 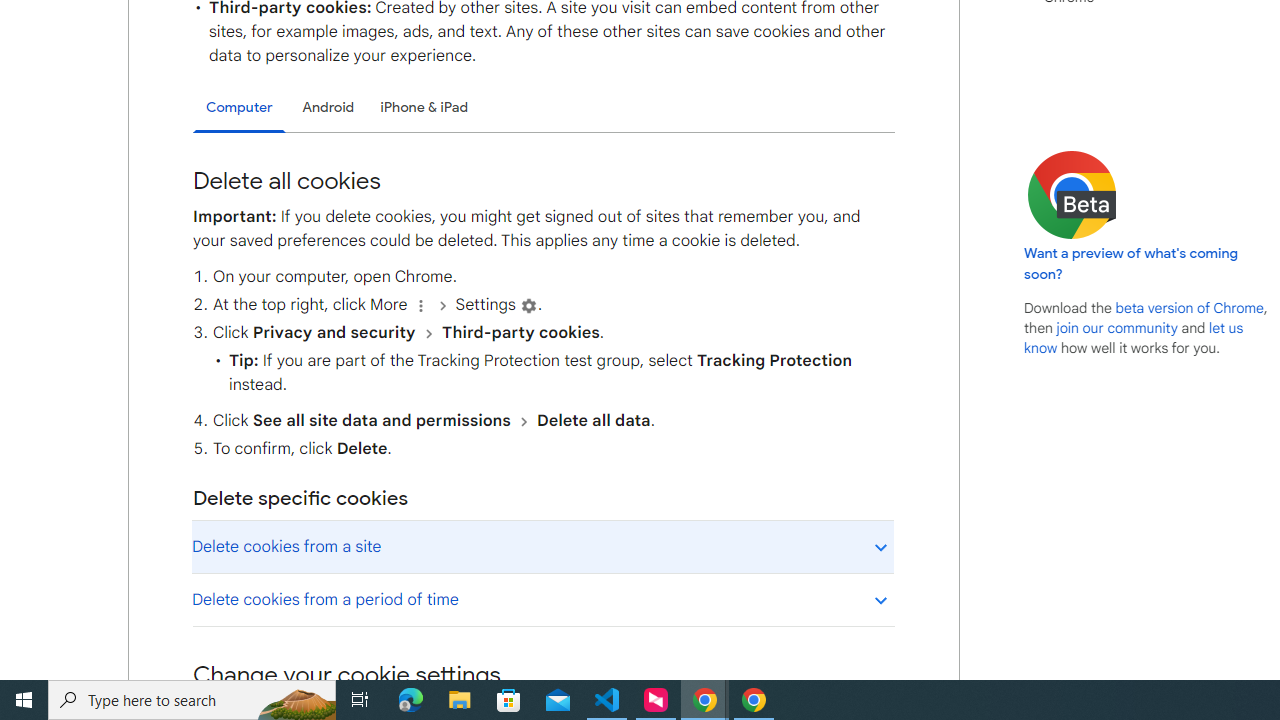 I want to click on 'beta version of Chrome', so click(x=1189, y=307).